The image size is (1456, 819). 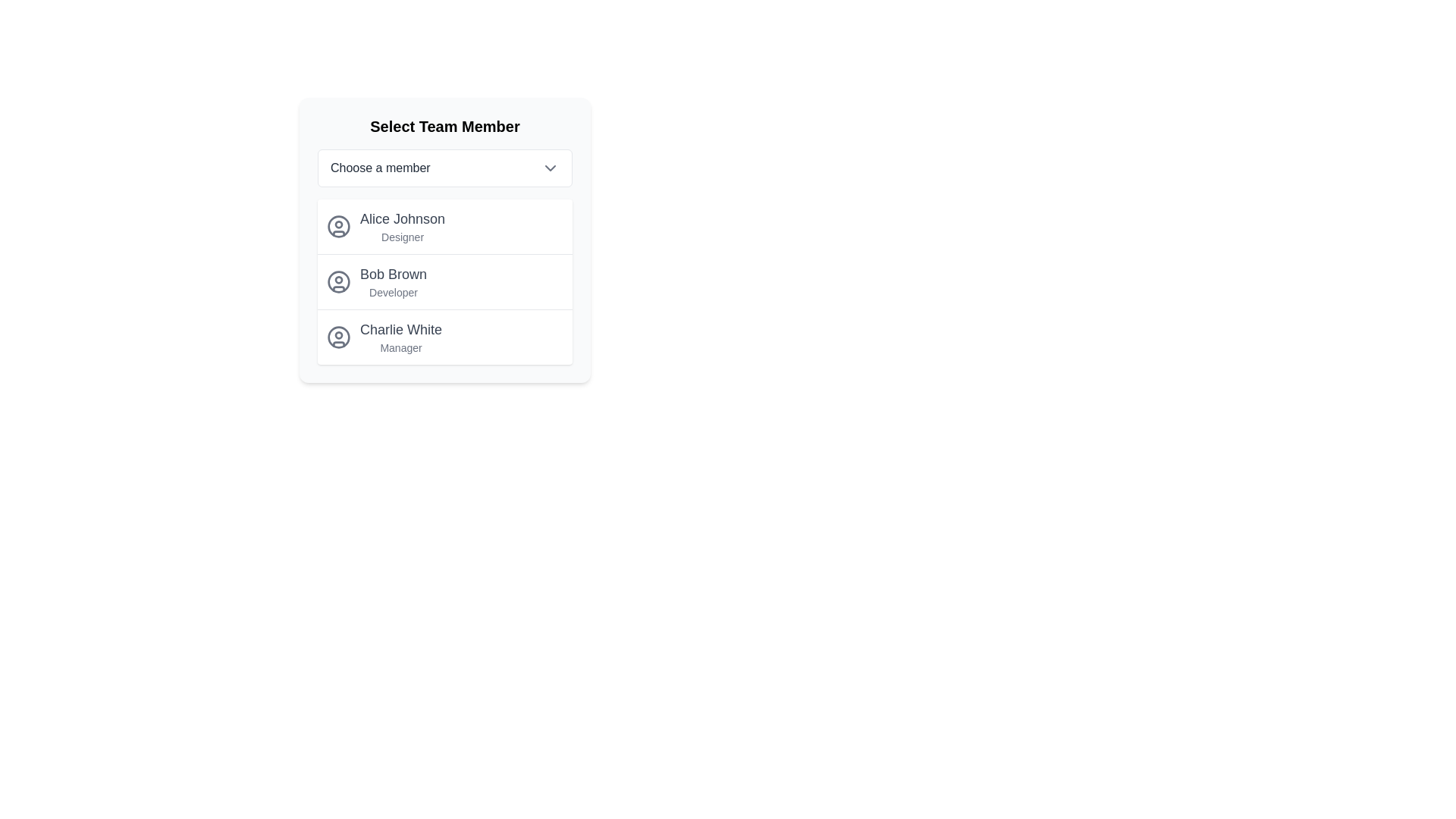 What do you see at coordinates (444, 168) in the screenshot?
I see `the dropdown menu labeled 'Choose a member', which is styled with a white background and rounded corners` at bounding box center [444, 168].